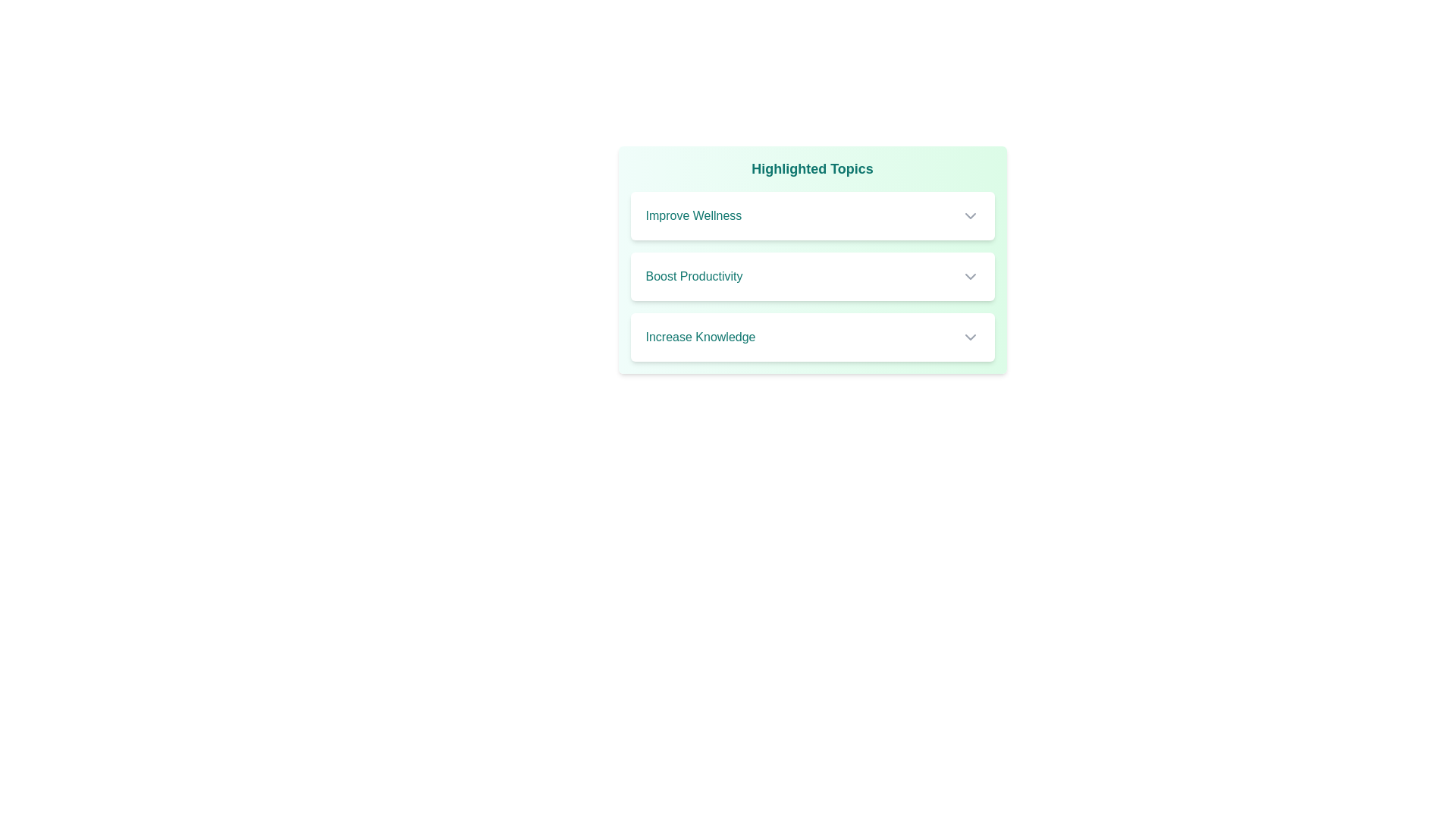 The width and height of the screenshot is (1456, 819). What do you see at coordinates (692, 216) in the screenshot?
I see `the Text label indicating the section for improving wellness, which is the first item in a vertical list within the 'Highlighted Topics' light green box` at bounding box center [692, 216].